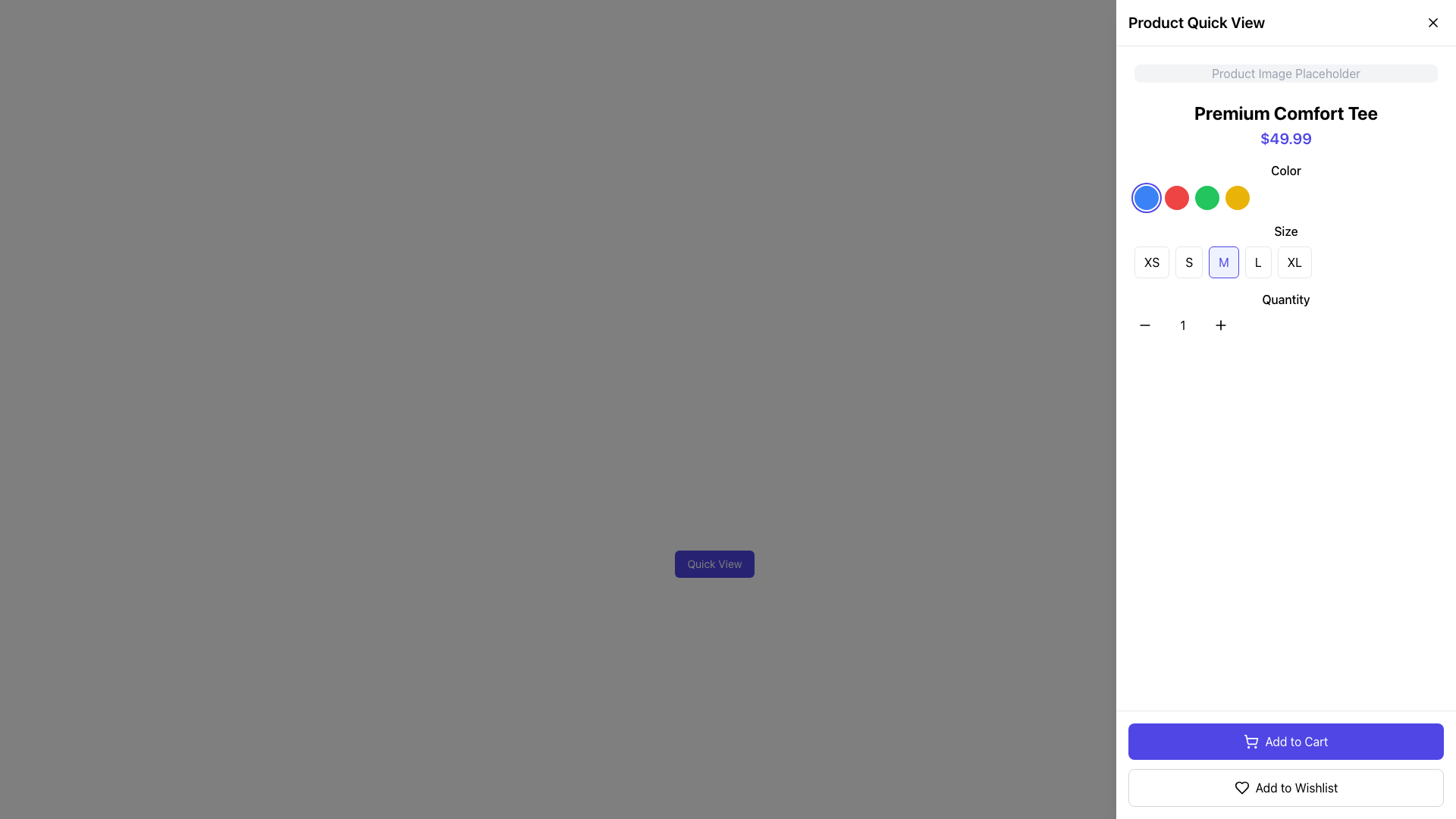  What do you see at coordinates (1207, 197) in the screenshot?
I see `the third circular green dot in the row of color options under the 'Color' label in the 'Product Quick View' interface` at bounding box center [1207, 197].